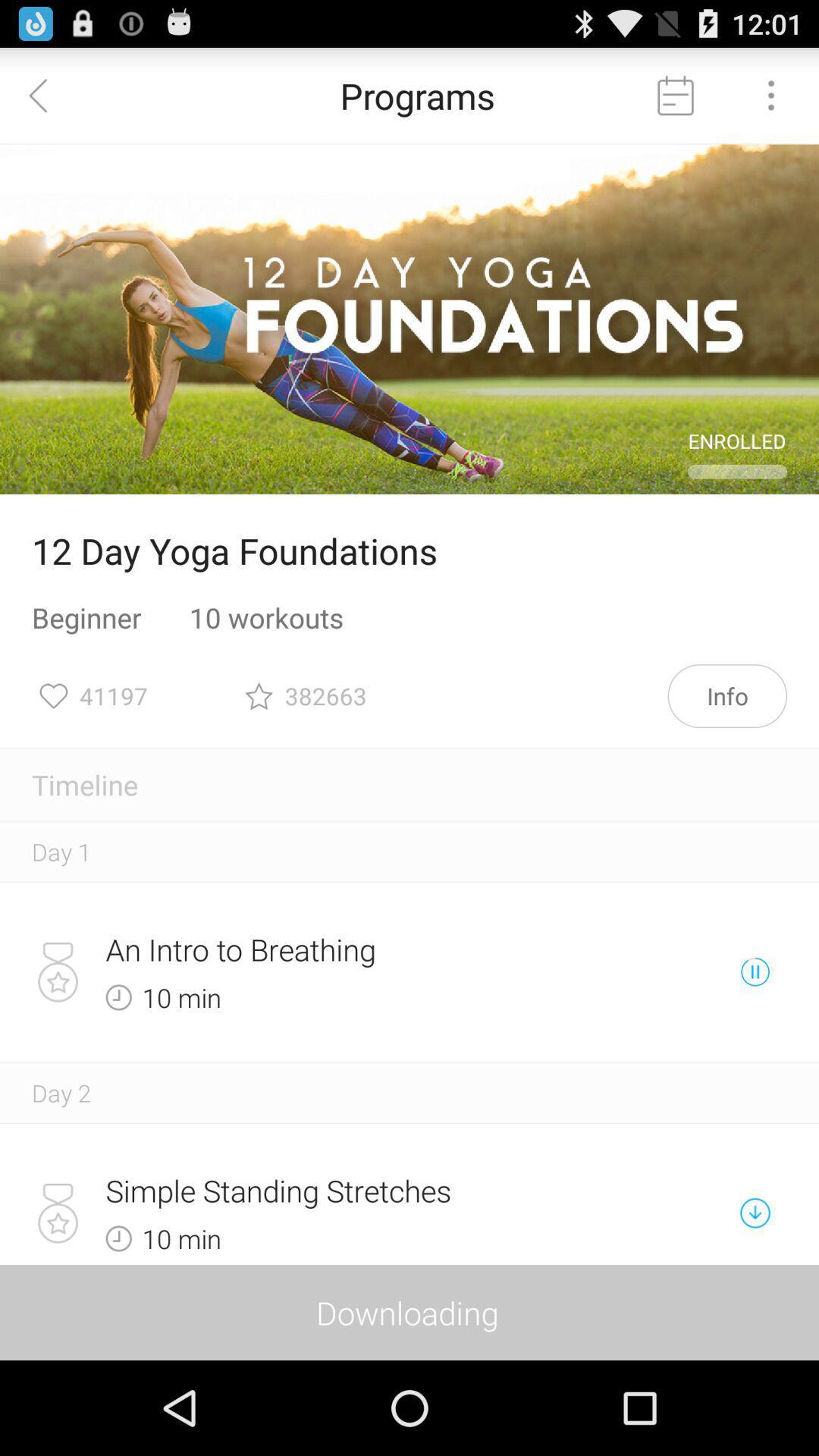 Image resolution: width=819 pixels, height=1456 pixels. I want to click on more information, so click(771, 94).